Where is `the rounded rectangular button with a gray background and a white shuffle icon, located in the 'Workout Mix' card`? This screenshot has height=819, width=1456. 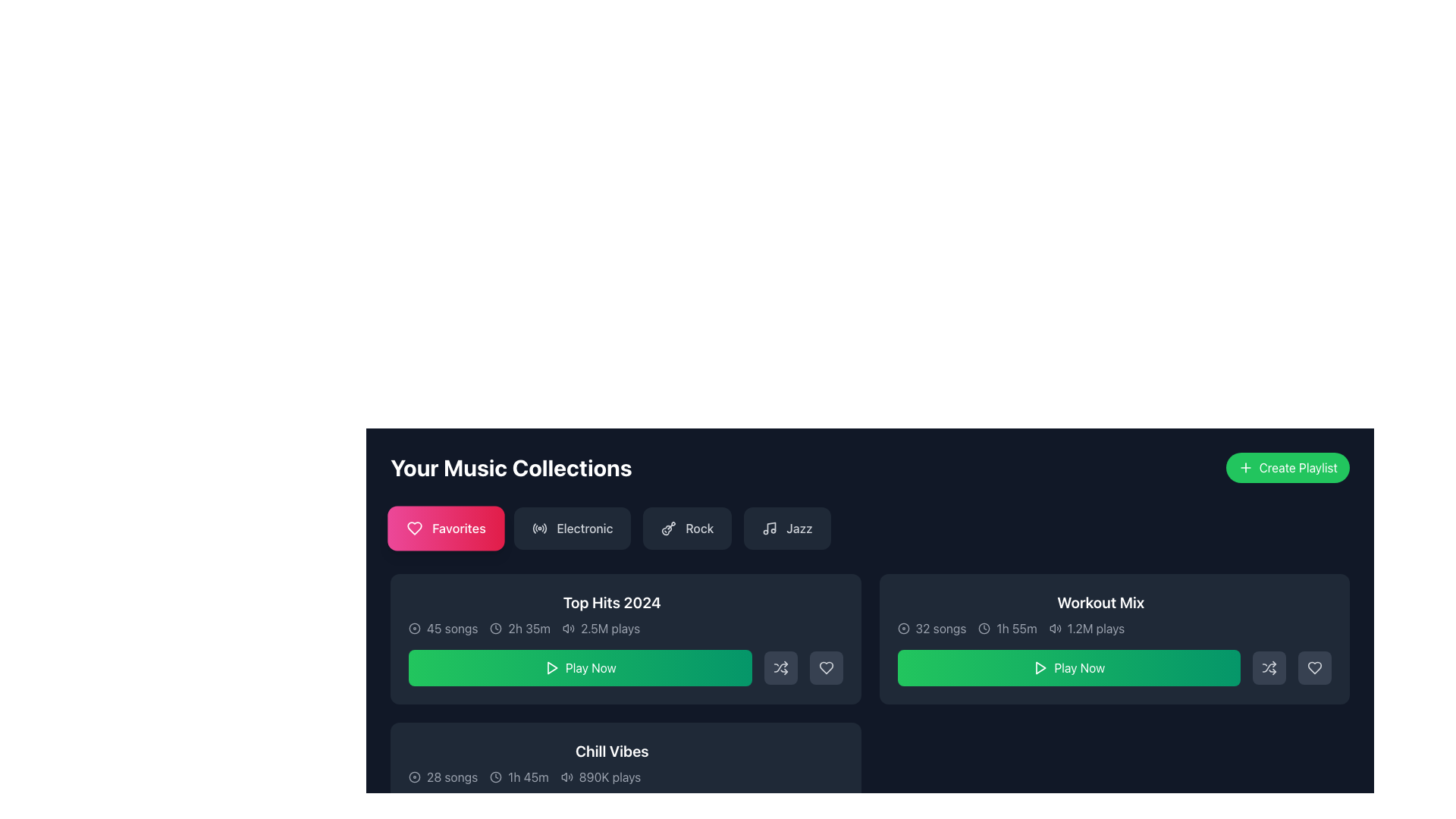 the rounded rectangular button with a gray background and a white shuffle icon, located in the 'Workout Mix' card is located at coordinates (1269, 667).